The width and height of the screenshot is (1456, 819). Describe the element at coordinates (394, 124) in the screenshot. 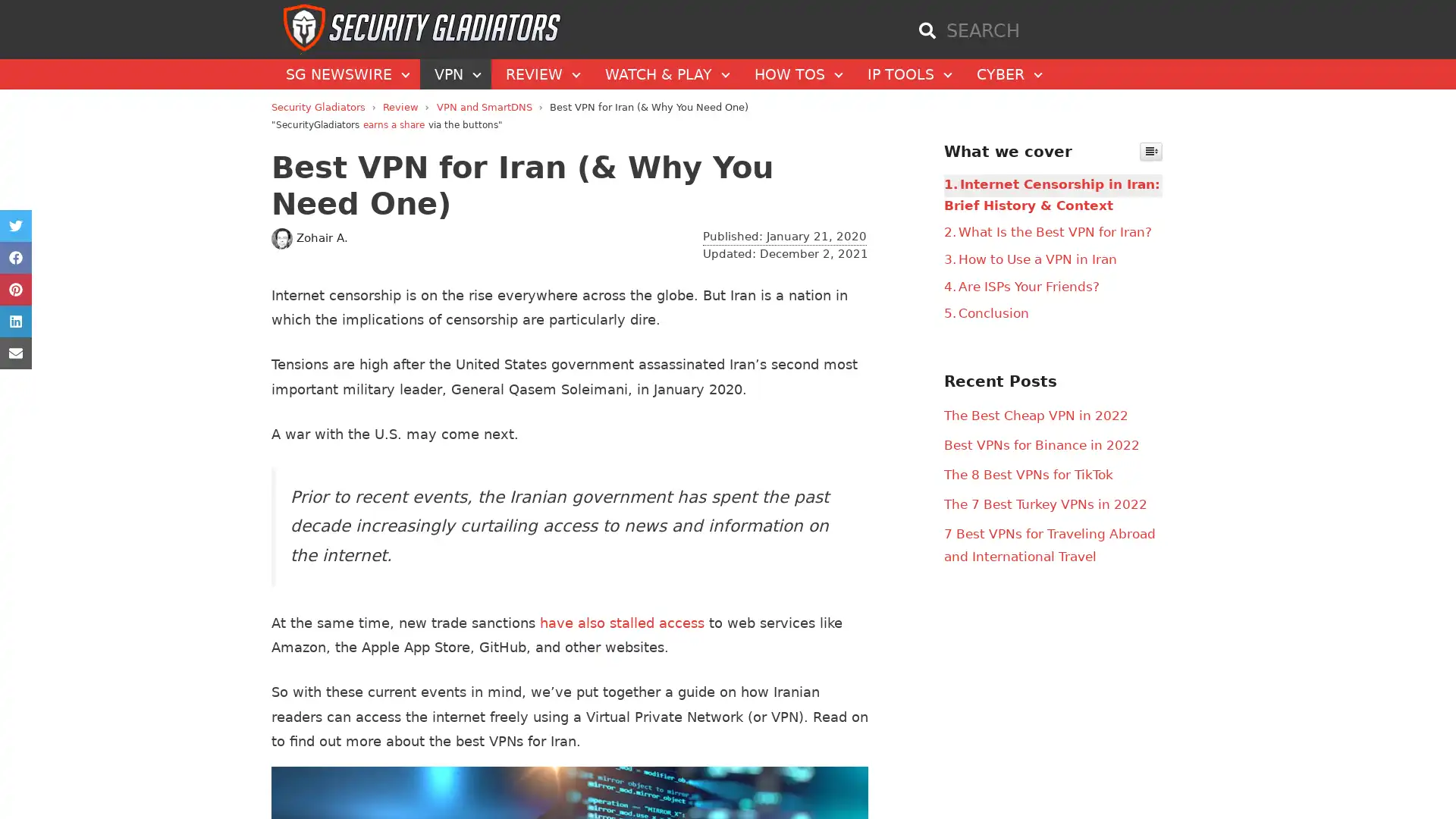

I see `earns a share` at that location.